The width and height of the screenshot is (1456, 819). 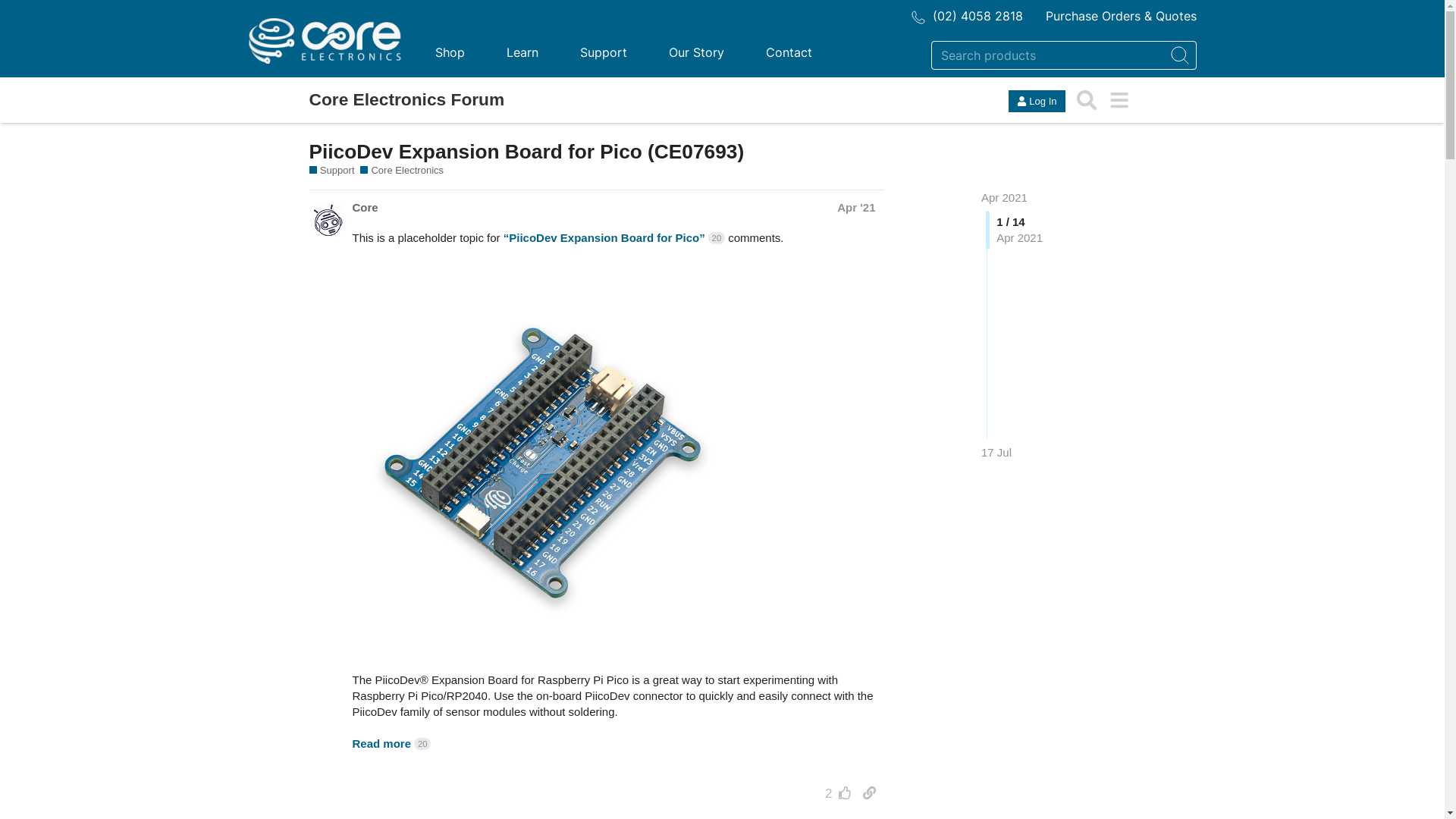 What do you see at coordinates (745, 52) in the screenshot?
I see `'Contact'` at bounding box center [745, 52].